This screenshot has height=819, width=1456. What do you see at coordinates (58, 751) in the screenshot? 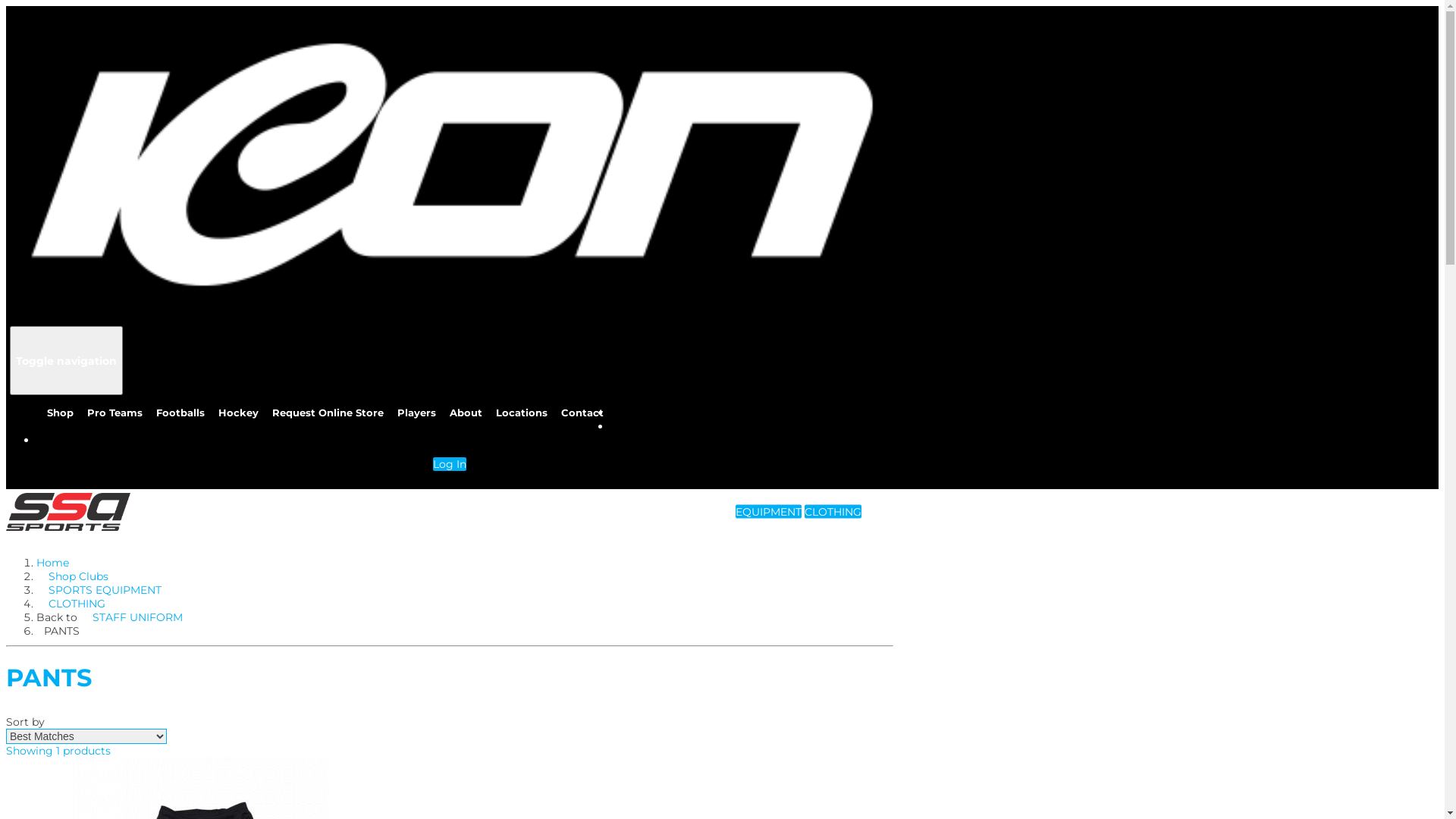
I see `'Showing 1 products'` at bounding box center [58, 751].